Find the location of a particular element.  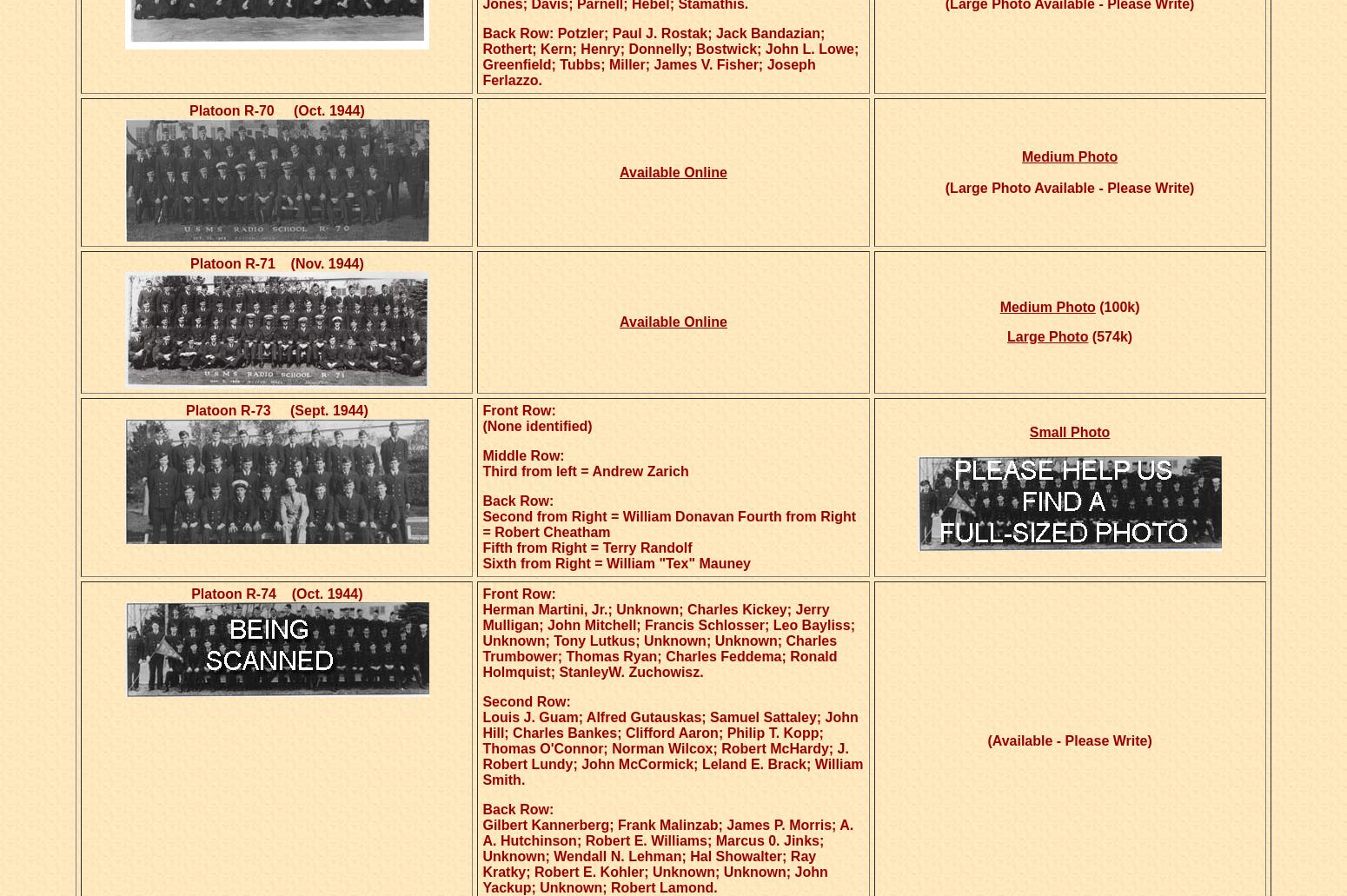

'Gilbert Kannerberg; Frank Malinzab; James P. Morris; A. A. Hutchinson; Robert E. Williams; Marcus 0. Jinks; Unknown; Wendall N. Lehman; Hal Showalter; Ray Kratky; Robert E. Kohler; Unknown; Unknown; John Yackup; Unknown; Robert Lamond.' is located at coordinates (667, 855).